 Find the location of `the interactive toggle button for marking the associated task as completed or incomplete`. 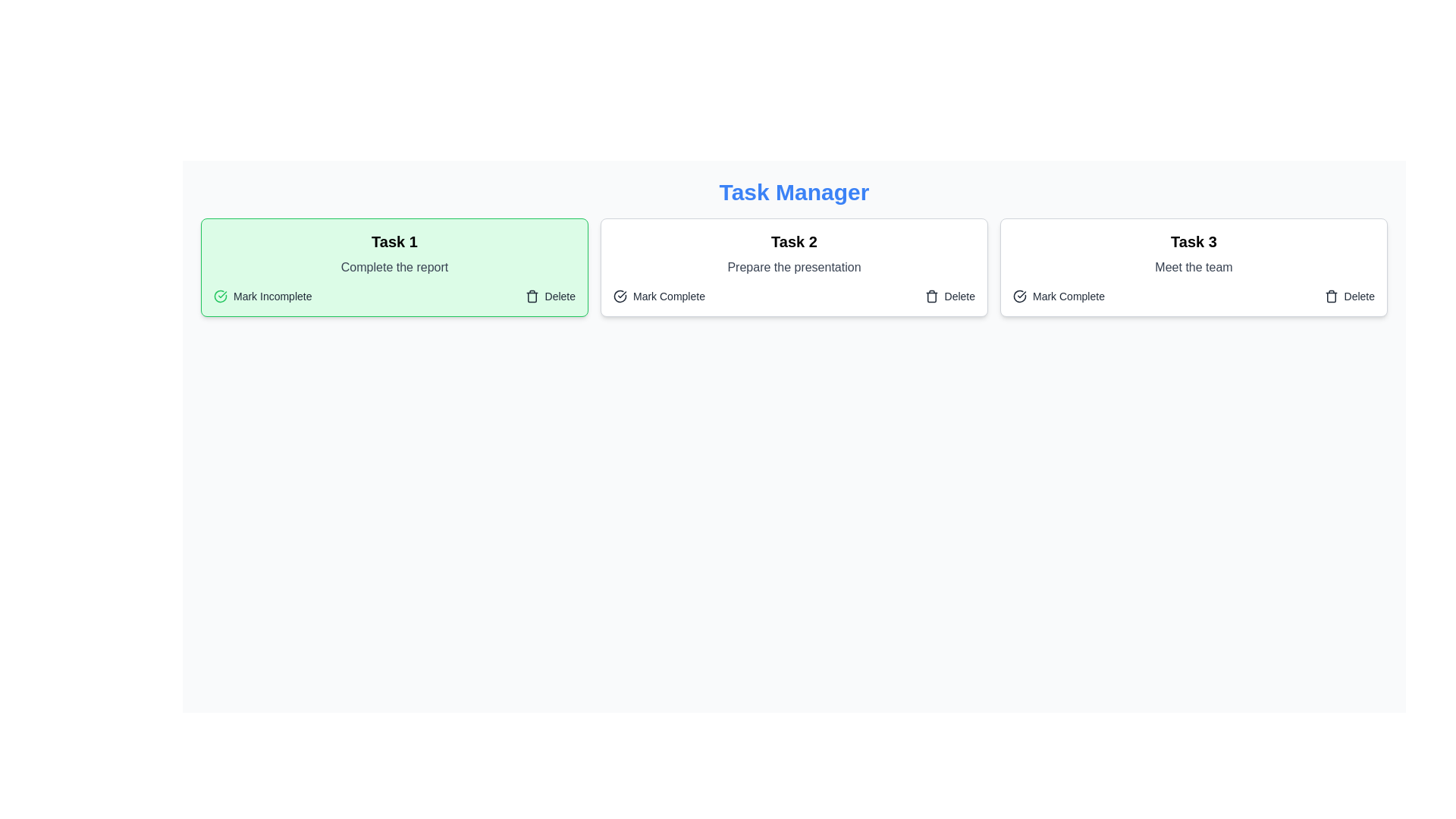

the interactive toggle button for marking the associated task as completed or incomplete is located at coordinates (659, 296).